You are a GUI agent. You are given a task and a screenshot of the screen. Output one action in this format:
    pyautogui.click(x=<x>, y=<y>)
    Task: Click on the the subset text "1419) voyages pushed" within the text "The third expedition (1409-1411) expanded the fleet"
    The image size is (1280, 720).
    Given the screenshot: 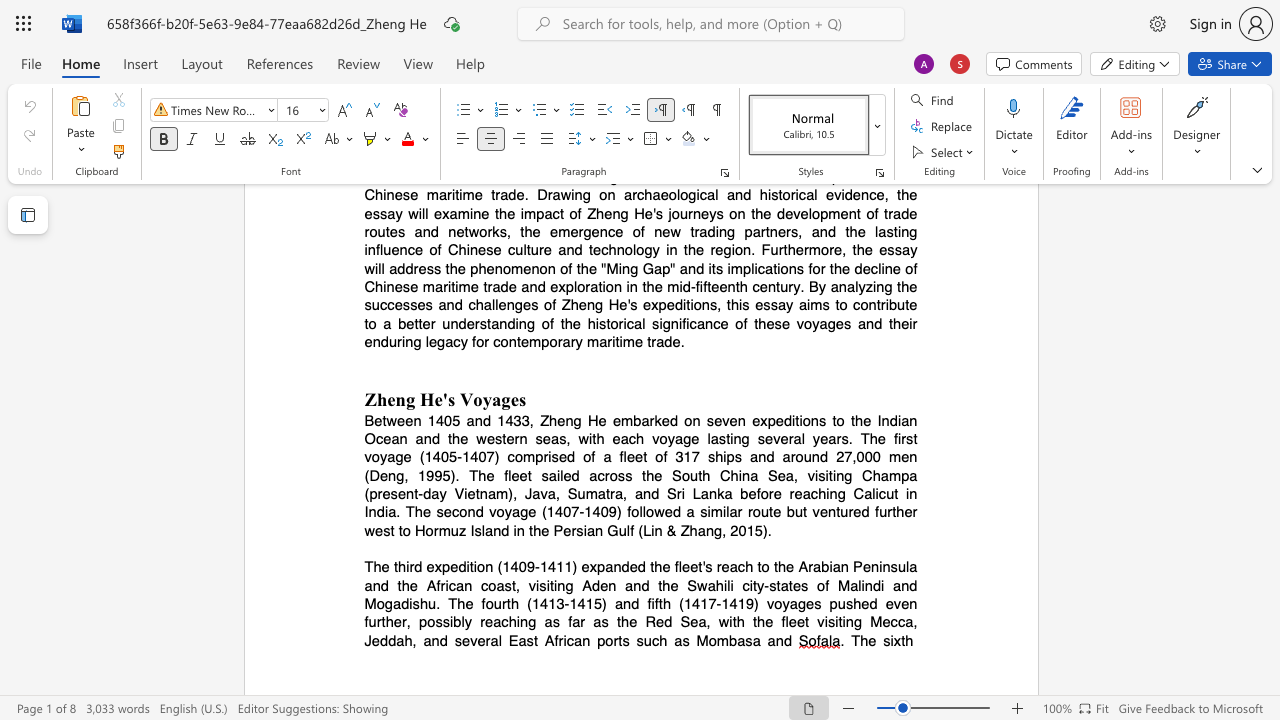 What is the action you would take?
    pyautogui.click(x=720, y=603)
    